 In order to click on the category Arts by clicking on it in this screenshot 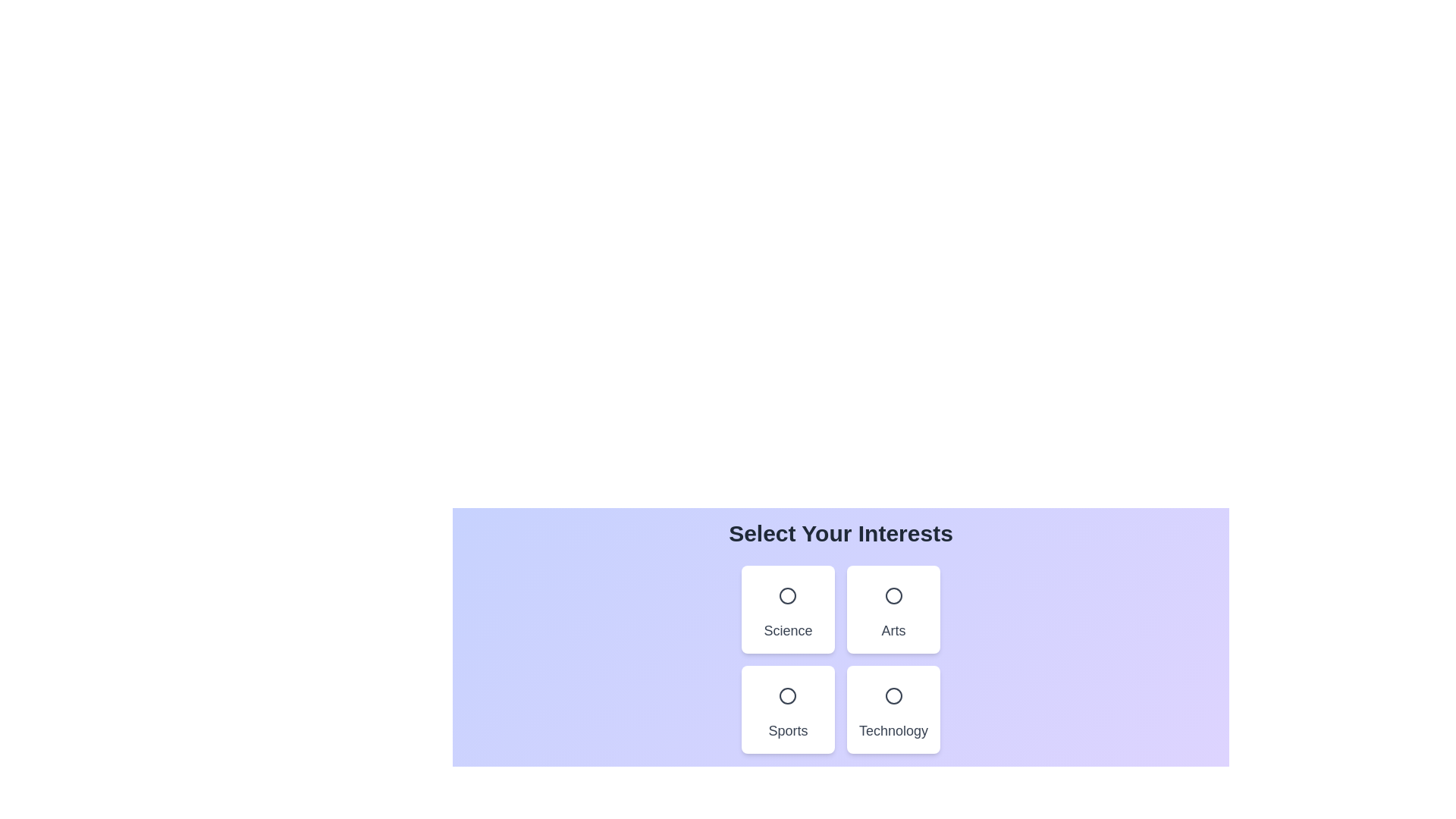, I will do `click(893, 608)`.